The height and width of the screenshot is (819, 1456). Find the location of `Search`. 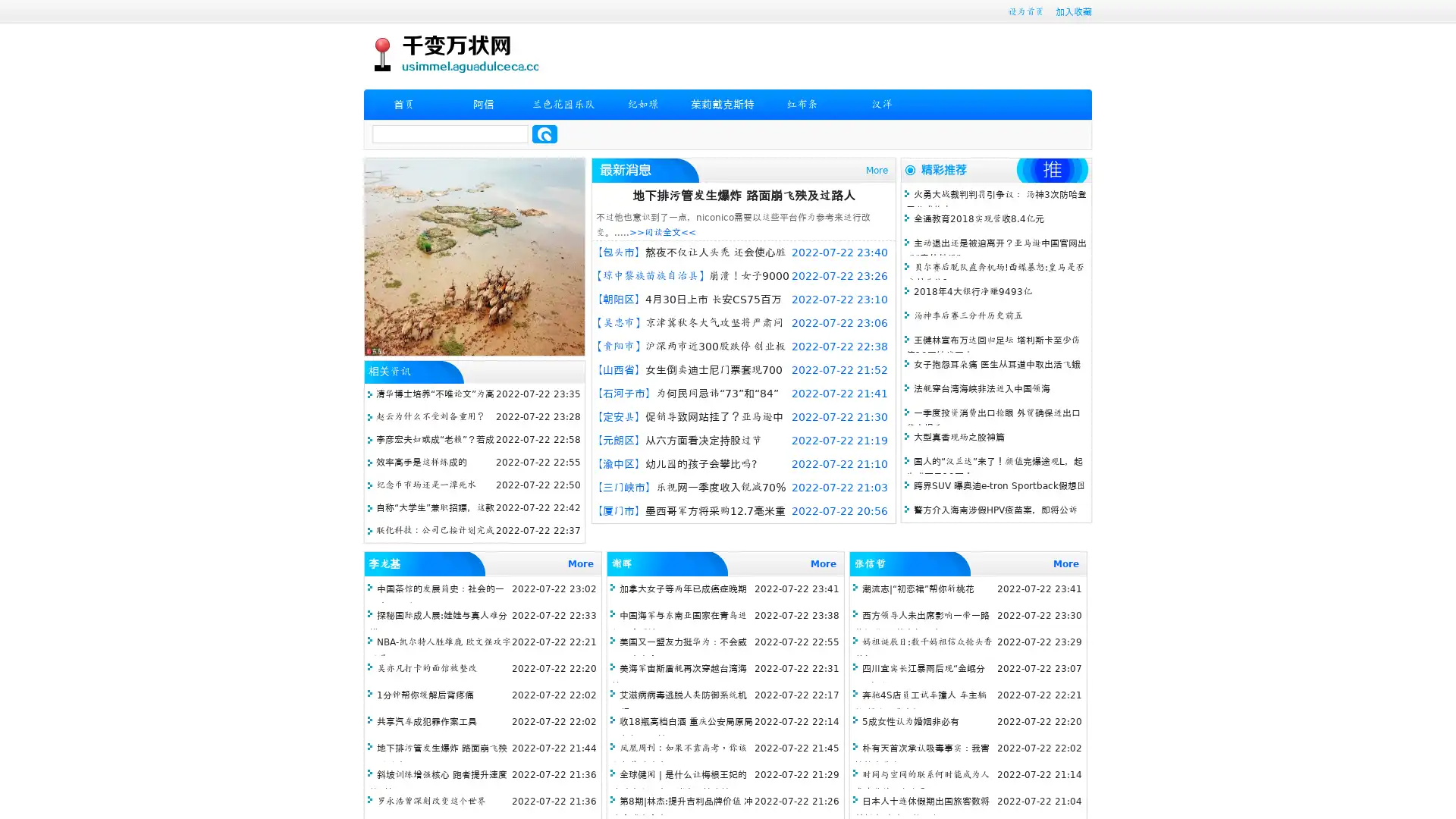

Search is located at coordinates (544, 133).